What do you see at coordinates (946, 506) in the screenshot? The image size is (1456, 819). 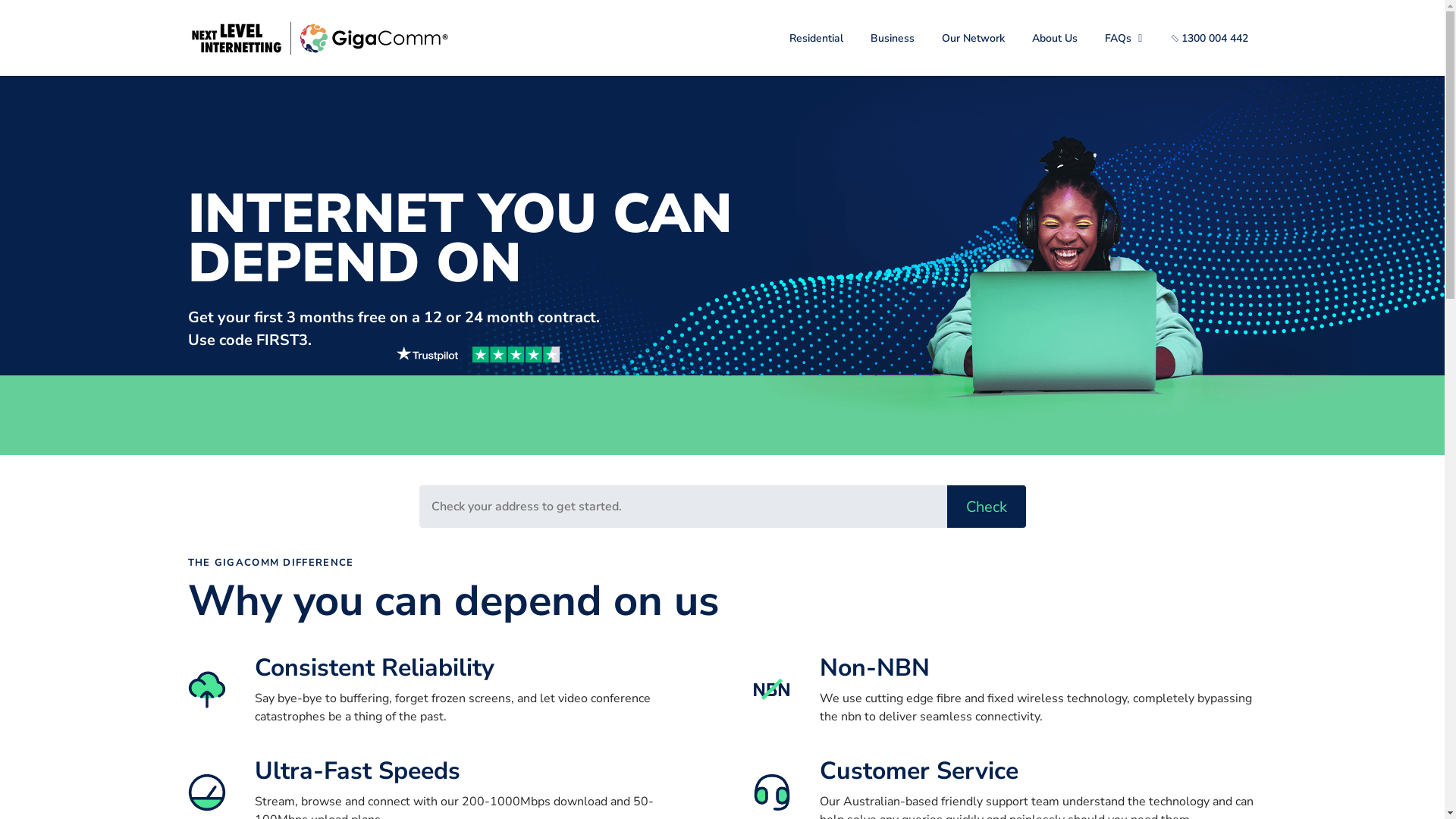 I see `'Check'` at bounding box center [946, 506].